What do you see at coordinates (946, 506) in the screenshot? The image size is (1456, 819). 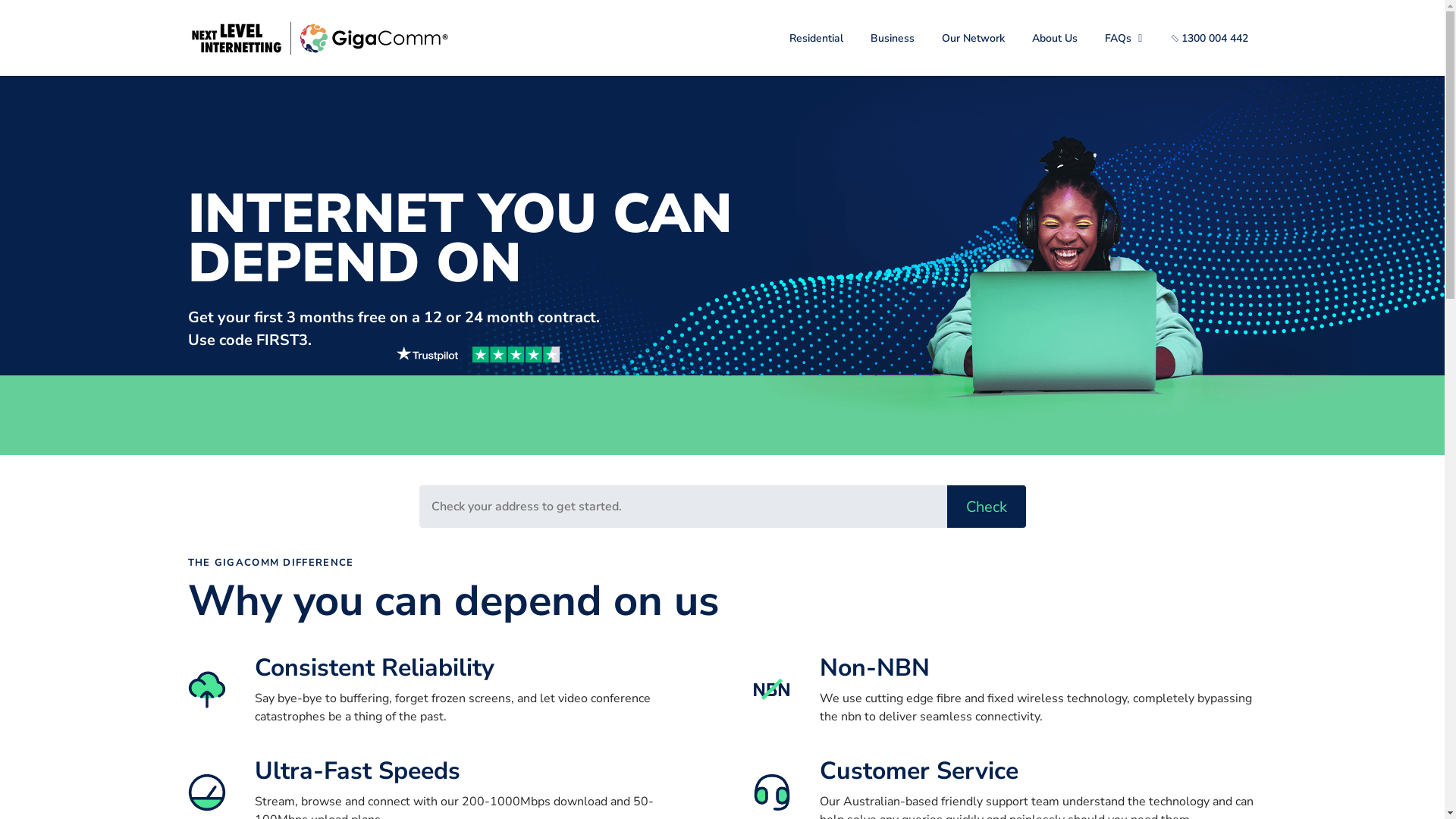 I see `'Check'` at bounding box center [946, 506].